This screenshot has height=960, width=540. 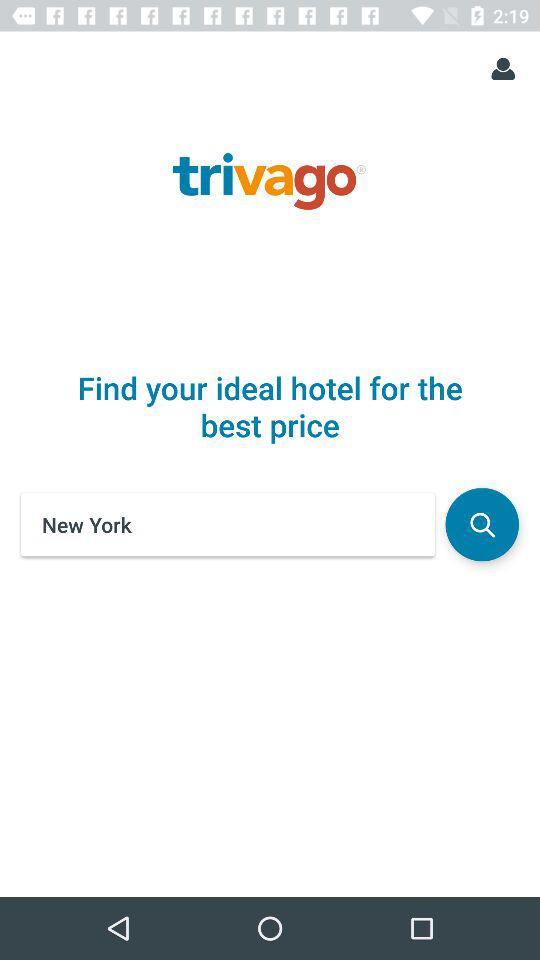 What do you see at coordinates (481, 523) in the screenshot?
I see `the item on the right` at bounding box center [481, 523].